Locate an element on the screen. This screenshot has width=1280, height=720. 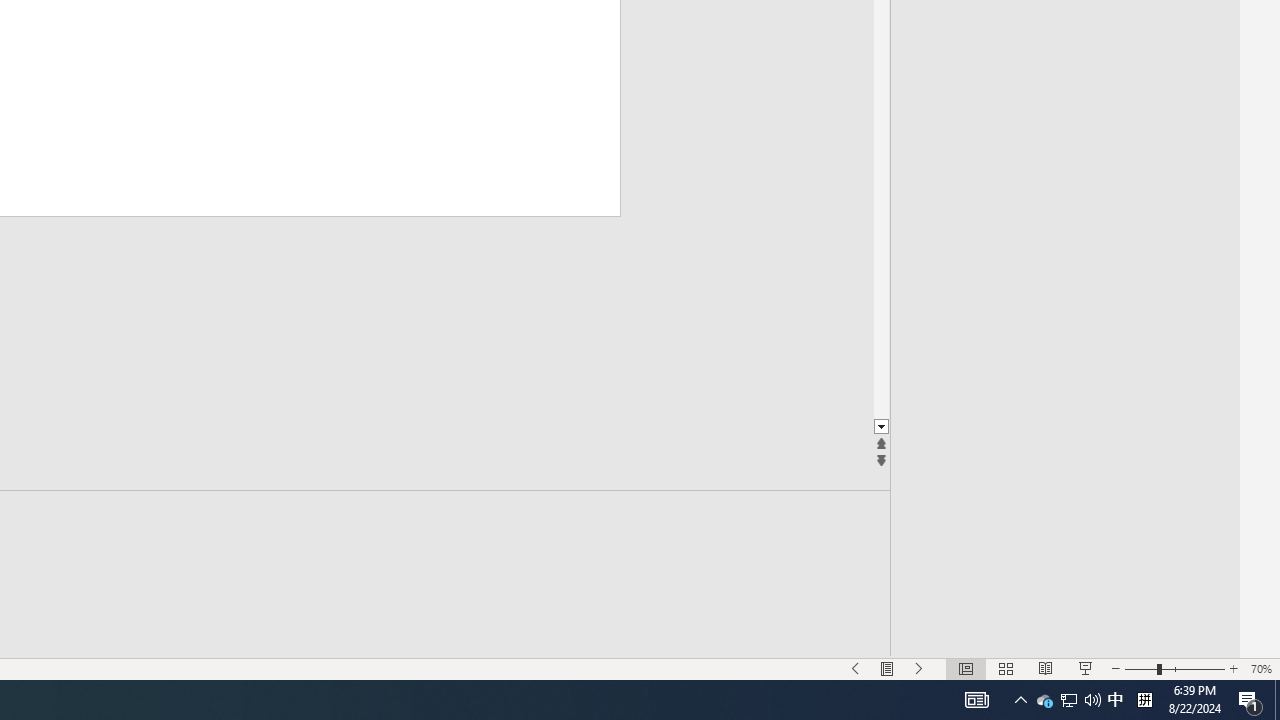
'Reading View' is located at coordinates (1045, 669).